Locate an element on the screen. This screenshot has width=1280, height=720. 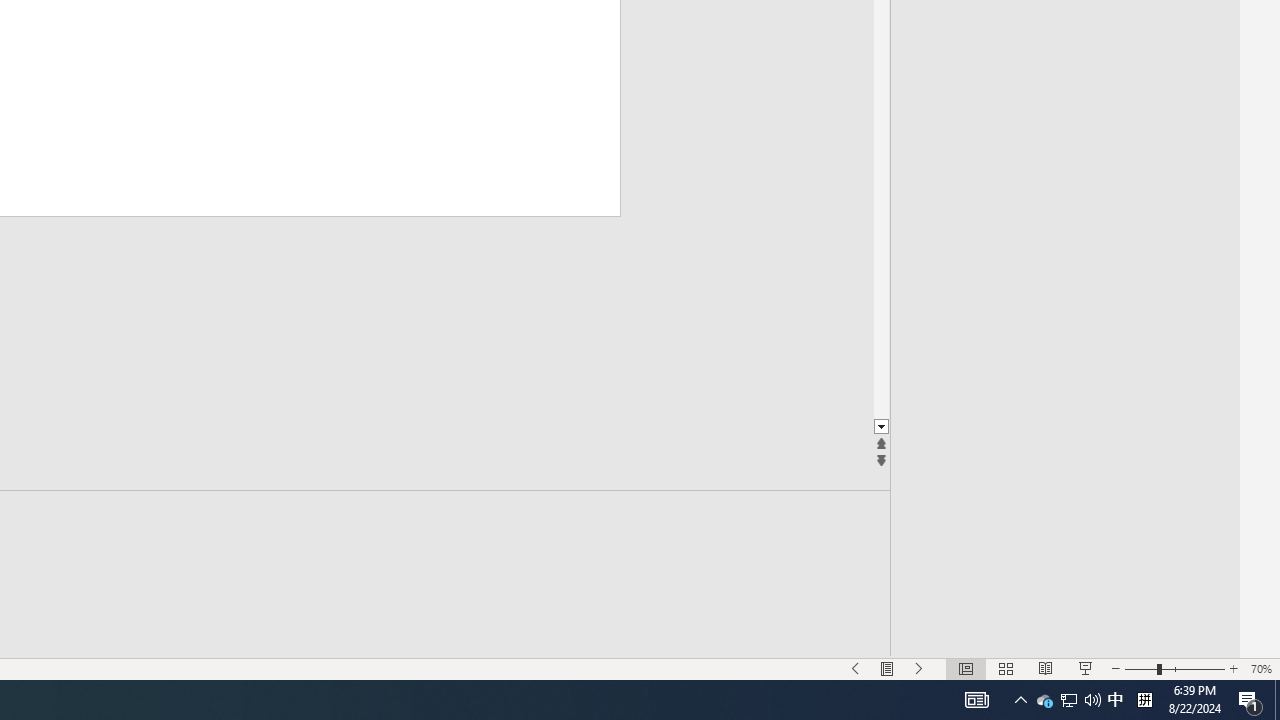
'Reading View' is located at coordinates (1045, 669).